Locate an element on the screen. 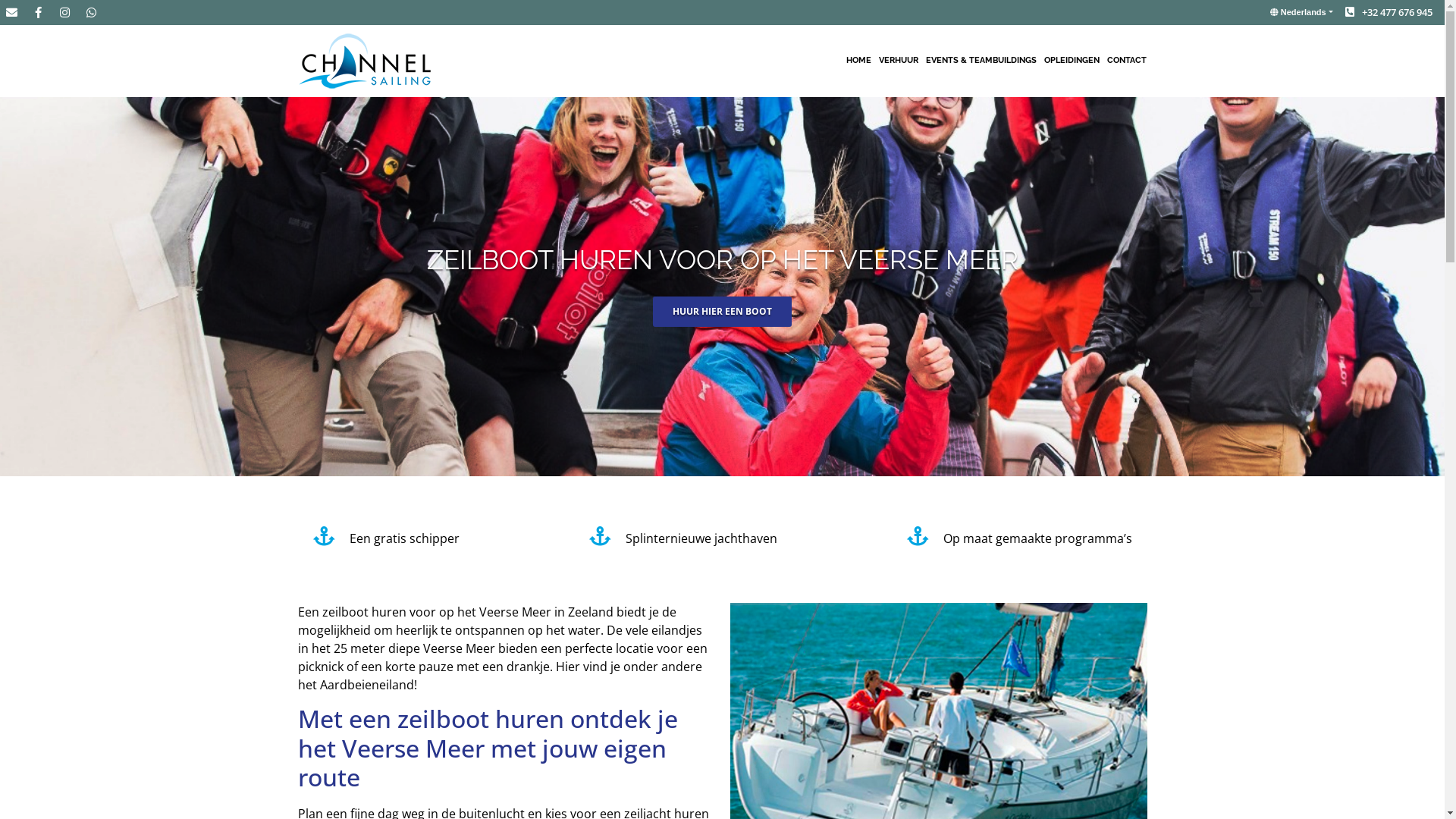 The height and width of the screenshot is (819, 1456). 'CONTACT' is located at coordinates (1127, 60).